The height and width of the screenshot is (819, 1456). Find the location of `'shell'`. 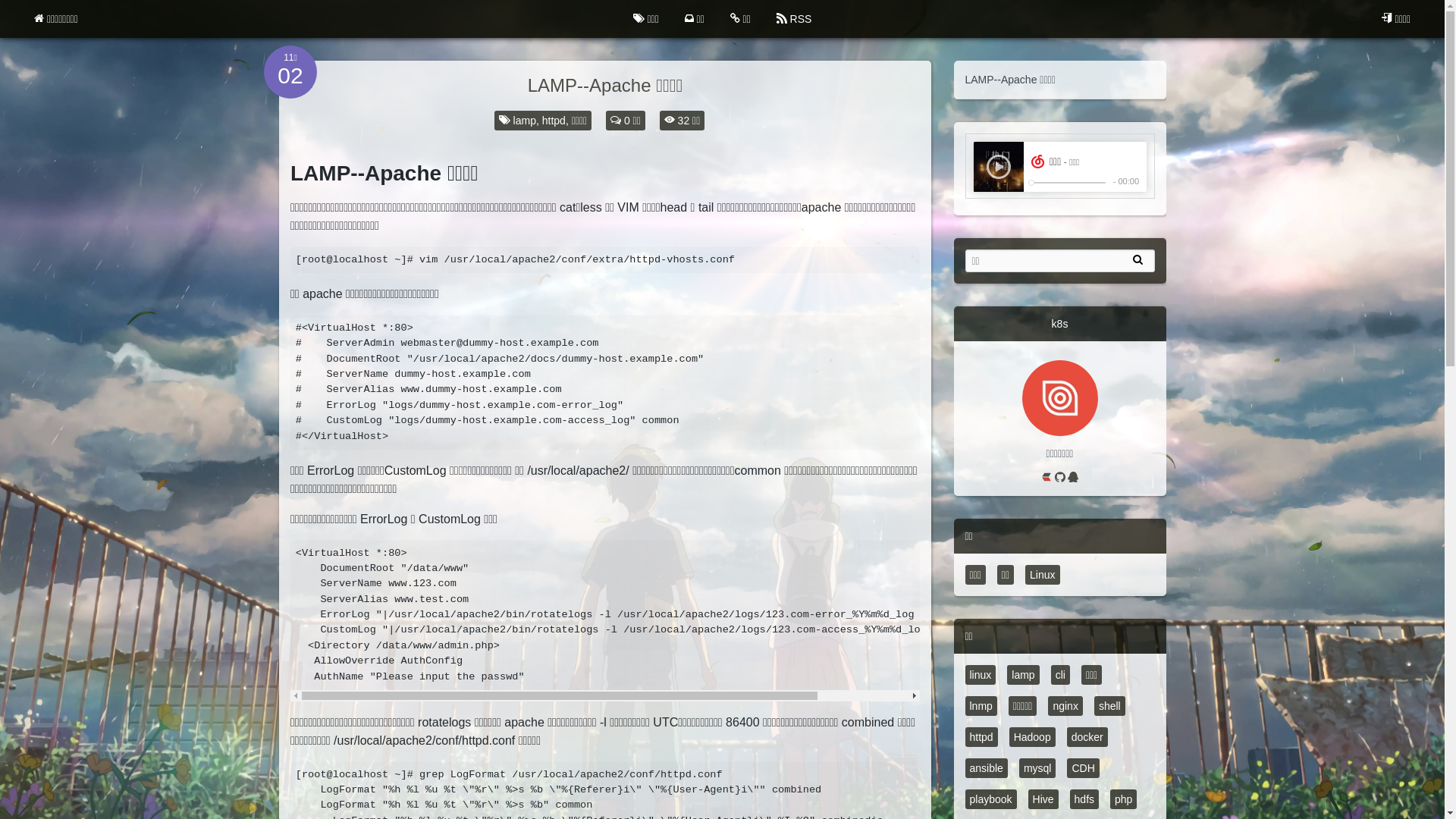

'shell' is located at coordinates (1094, 705).